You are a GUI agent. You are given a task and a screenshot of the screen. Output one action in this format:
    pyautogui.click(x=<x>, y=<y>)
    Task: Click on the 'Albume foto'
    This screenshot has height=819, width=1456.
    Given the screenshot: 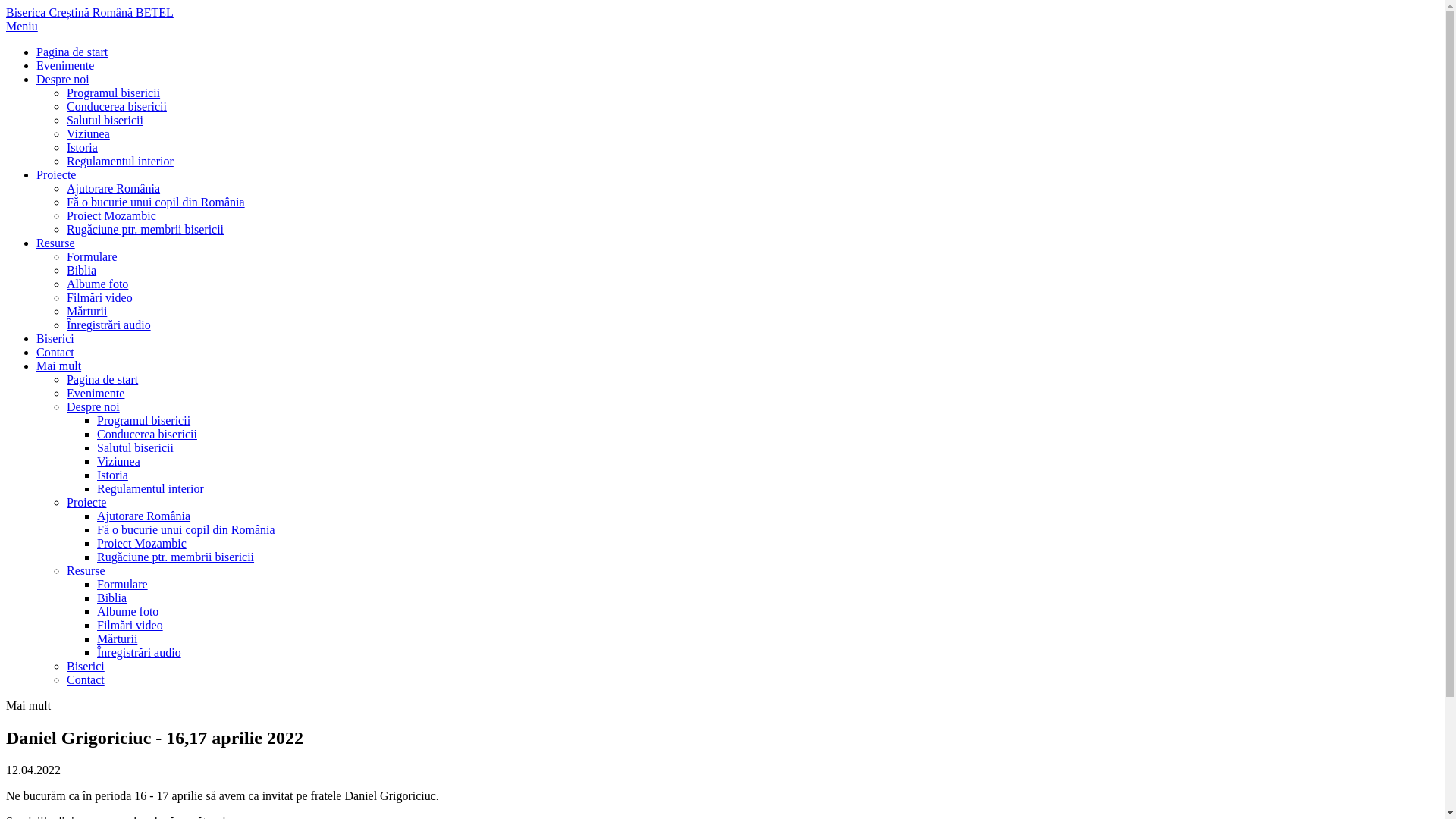 What is the action you would take?
    pyautogui.click(x=127, y=610)
    